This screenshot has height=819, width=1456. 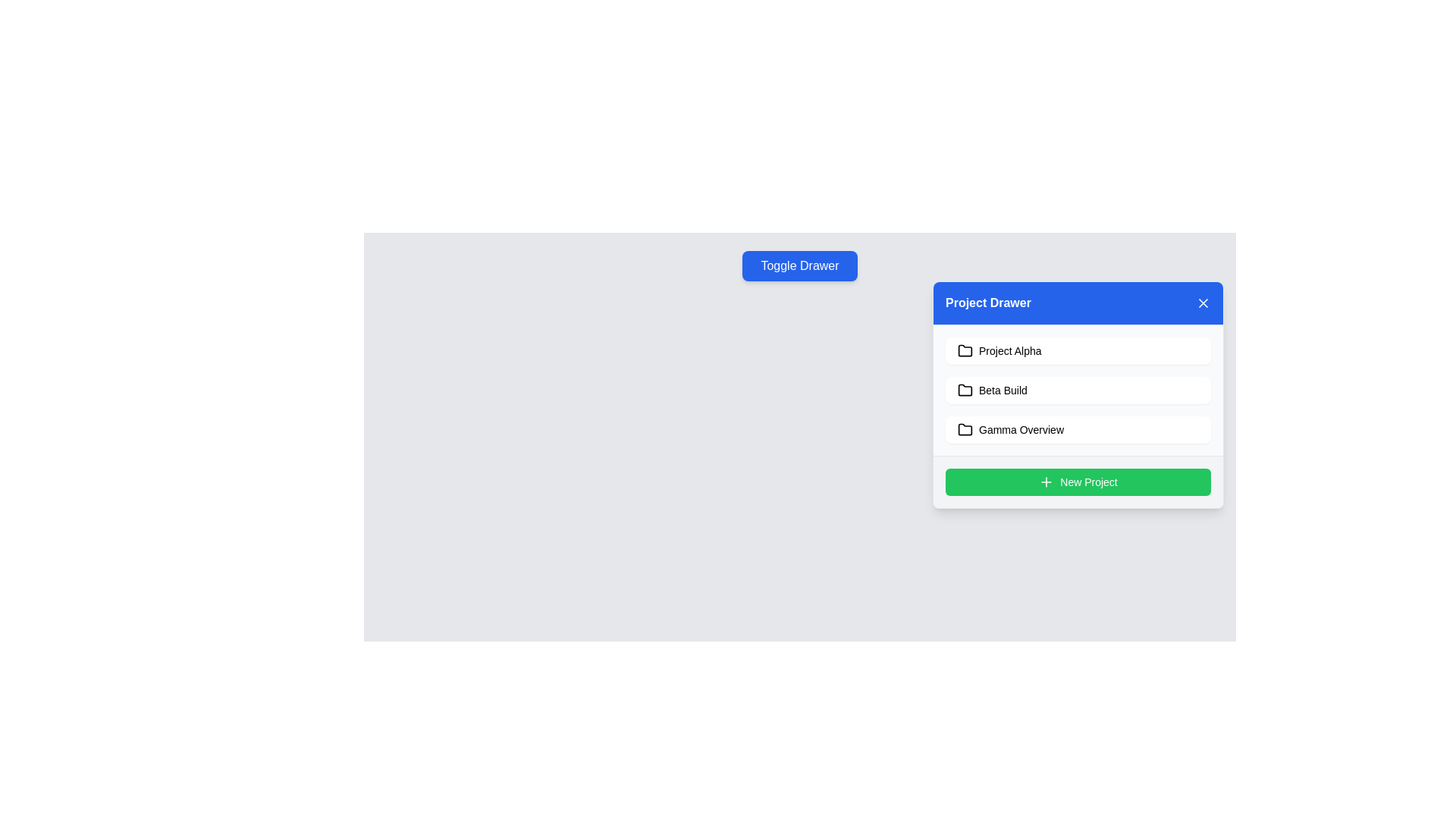 I want to click on the folder icon representing 'Beta Build' located in the 'Project Drawer' panel, which is positioned between 'Project Alpha' and 'Gamma Overview', so click(x=964, y=388).